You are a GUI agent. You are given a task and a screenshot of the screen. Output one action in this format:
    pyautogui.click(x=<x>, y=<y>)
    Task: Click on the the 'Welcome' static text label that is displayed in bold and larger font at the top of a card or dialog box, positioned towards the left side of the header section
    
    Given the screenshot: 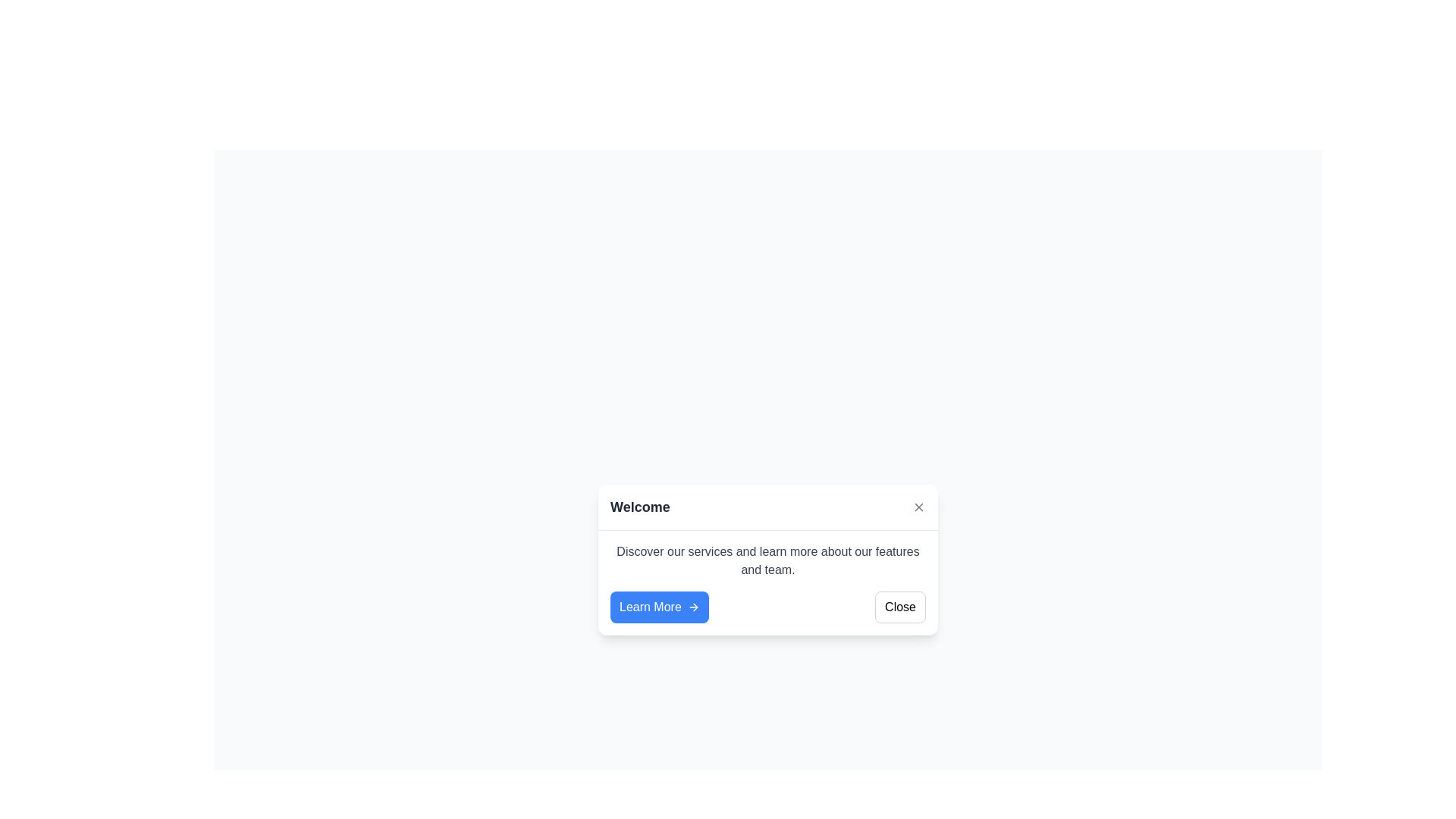 What is the action you would take?
    pyautogui.click(x=640, y=507)
    